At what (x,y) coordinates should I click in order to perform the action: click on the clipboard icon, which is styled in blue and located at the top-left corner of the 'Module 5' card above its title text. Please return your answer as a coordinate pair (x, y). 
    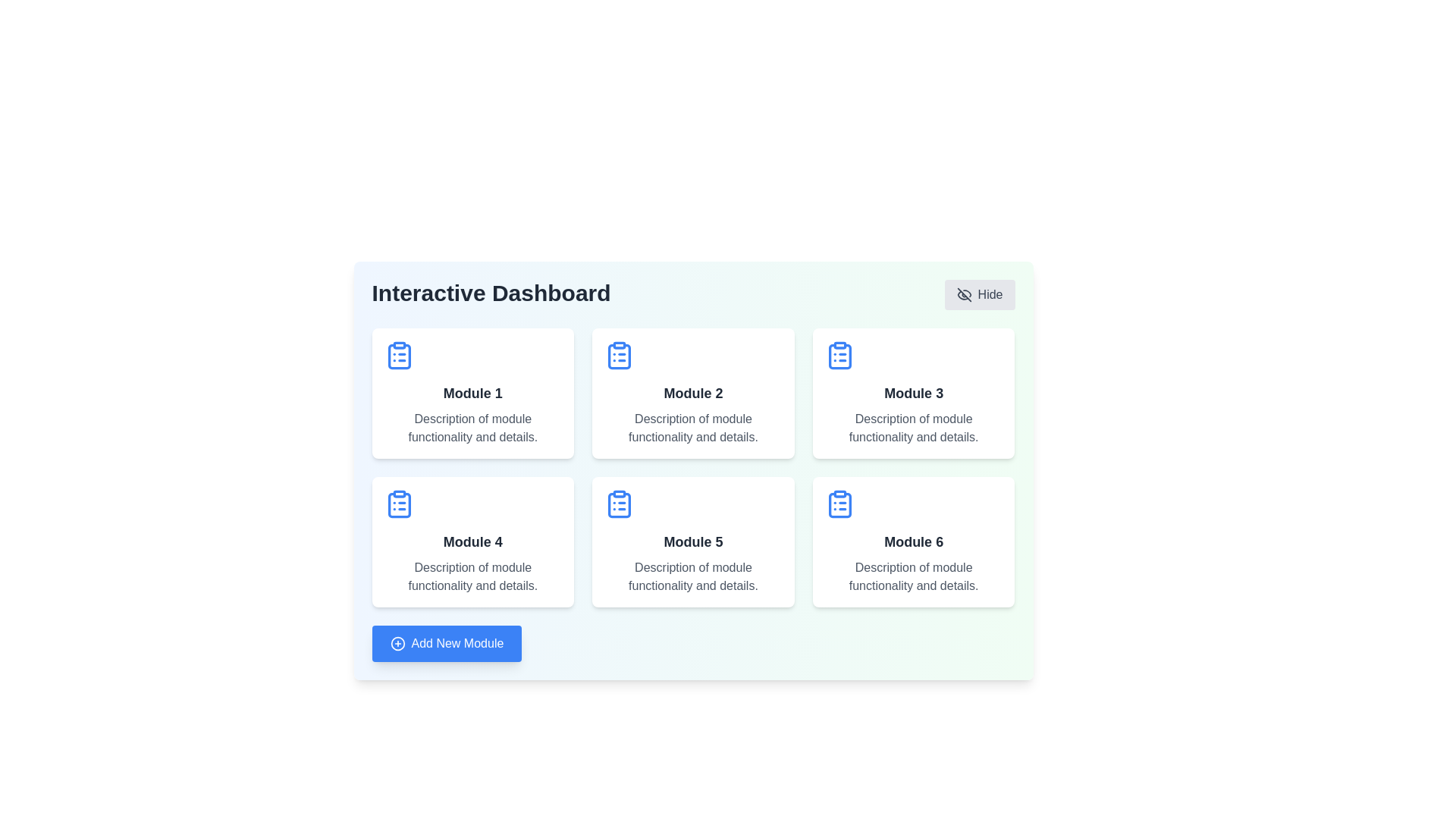
    Looking at the image, I should click on (620, 504).